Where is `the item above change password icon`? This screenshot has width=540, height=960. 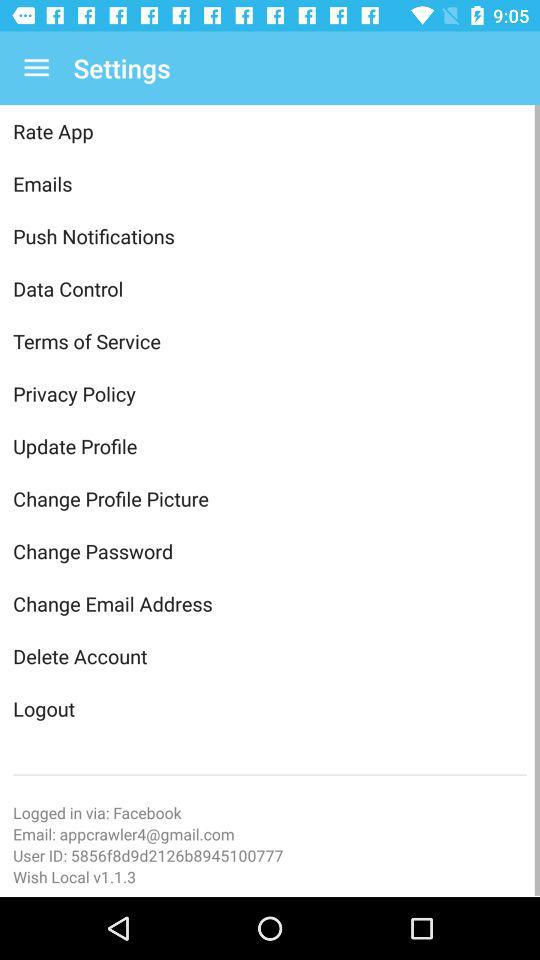 the item above change password icon is located at coordinates (270, 497).